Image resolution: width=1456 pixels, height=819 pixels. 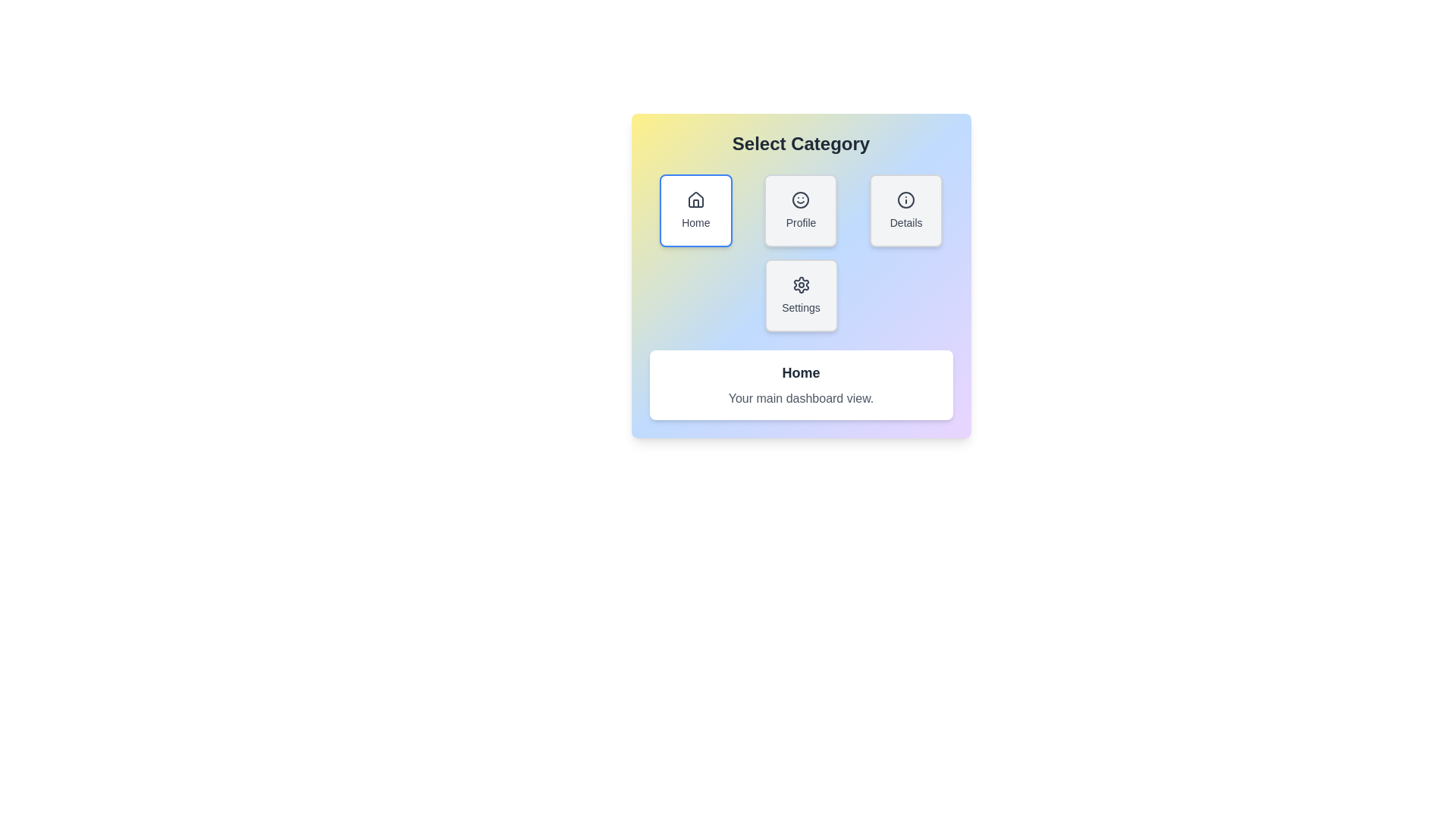 What do you see at coordinates (906, 222) in the screenshot?
I see `text 'Details' from the label located at the bottom of the information icon in the top-right section of the grid` at bounding box center [906, 222].